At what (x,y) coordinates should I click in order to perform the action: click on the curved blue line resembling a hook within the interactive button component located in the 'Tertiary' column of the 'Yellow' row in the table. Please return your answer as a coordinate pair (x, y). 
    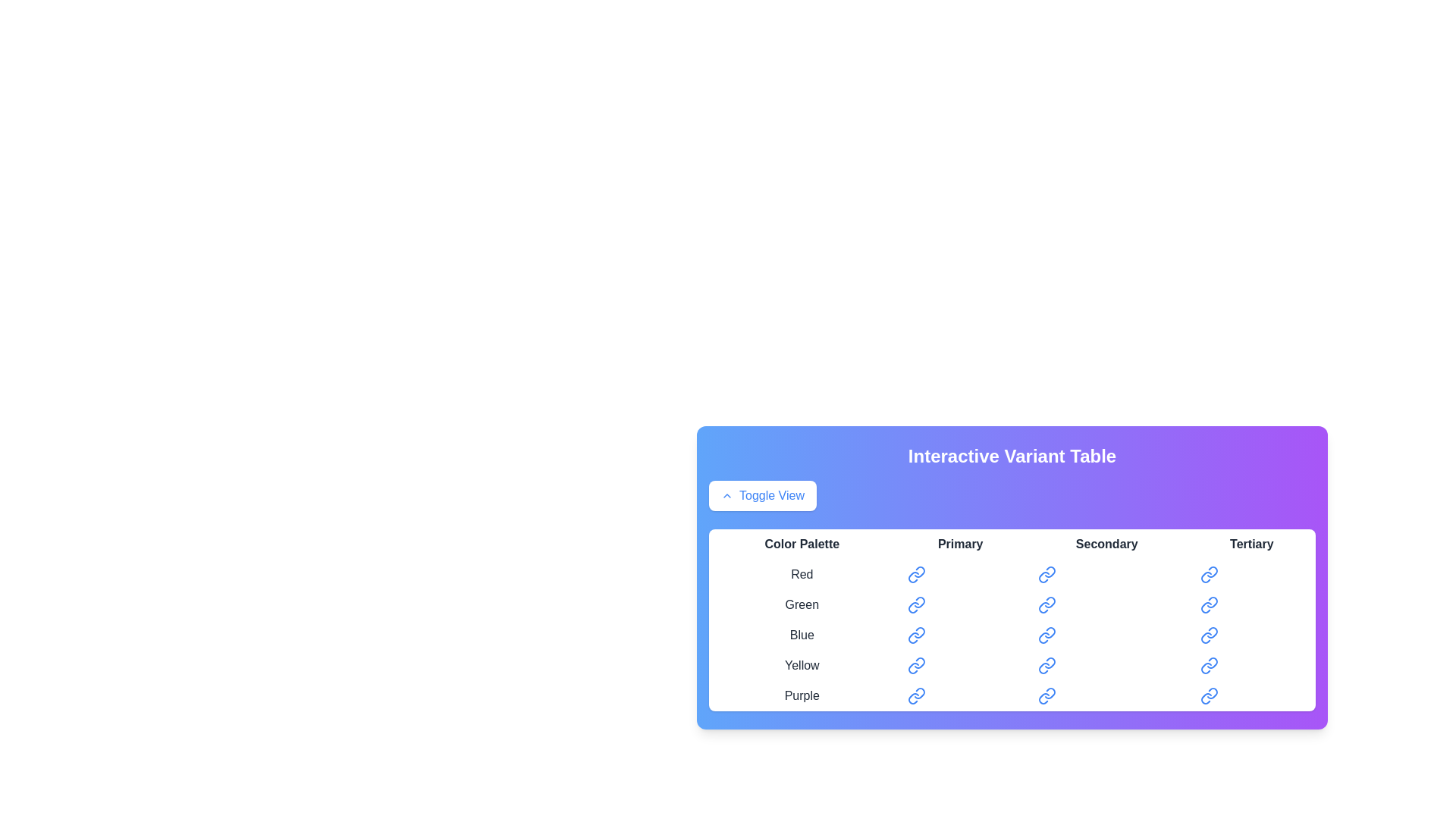
    Looking at the image, I should click on (1205, 667).